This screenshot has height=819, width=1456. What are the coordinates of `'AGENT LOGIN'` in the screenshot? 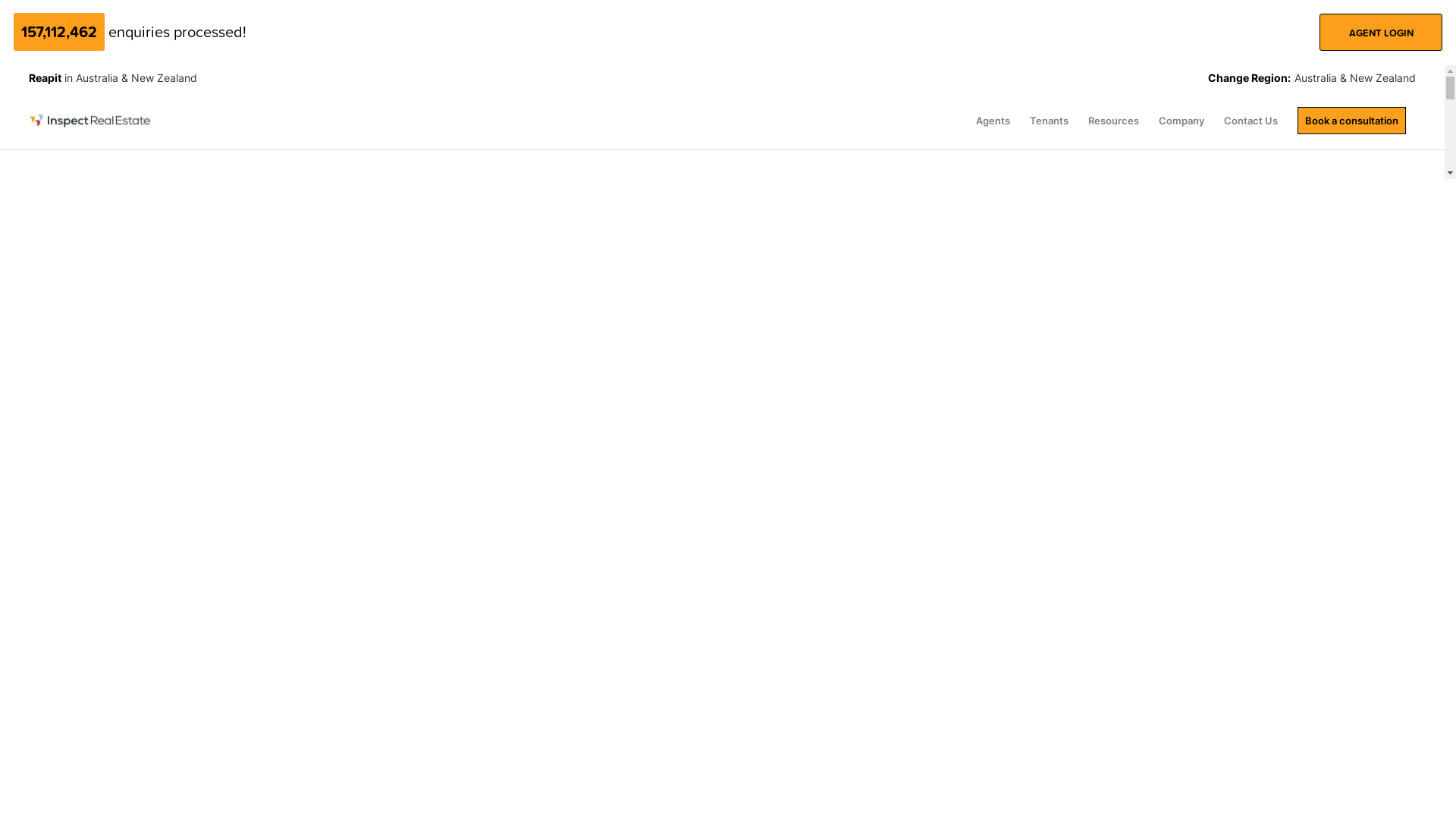 It's located at (1380, 32).